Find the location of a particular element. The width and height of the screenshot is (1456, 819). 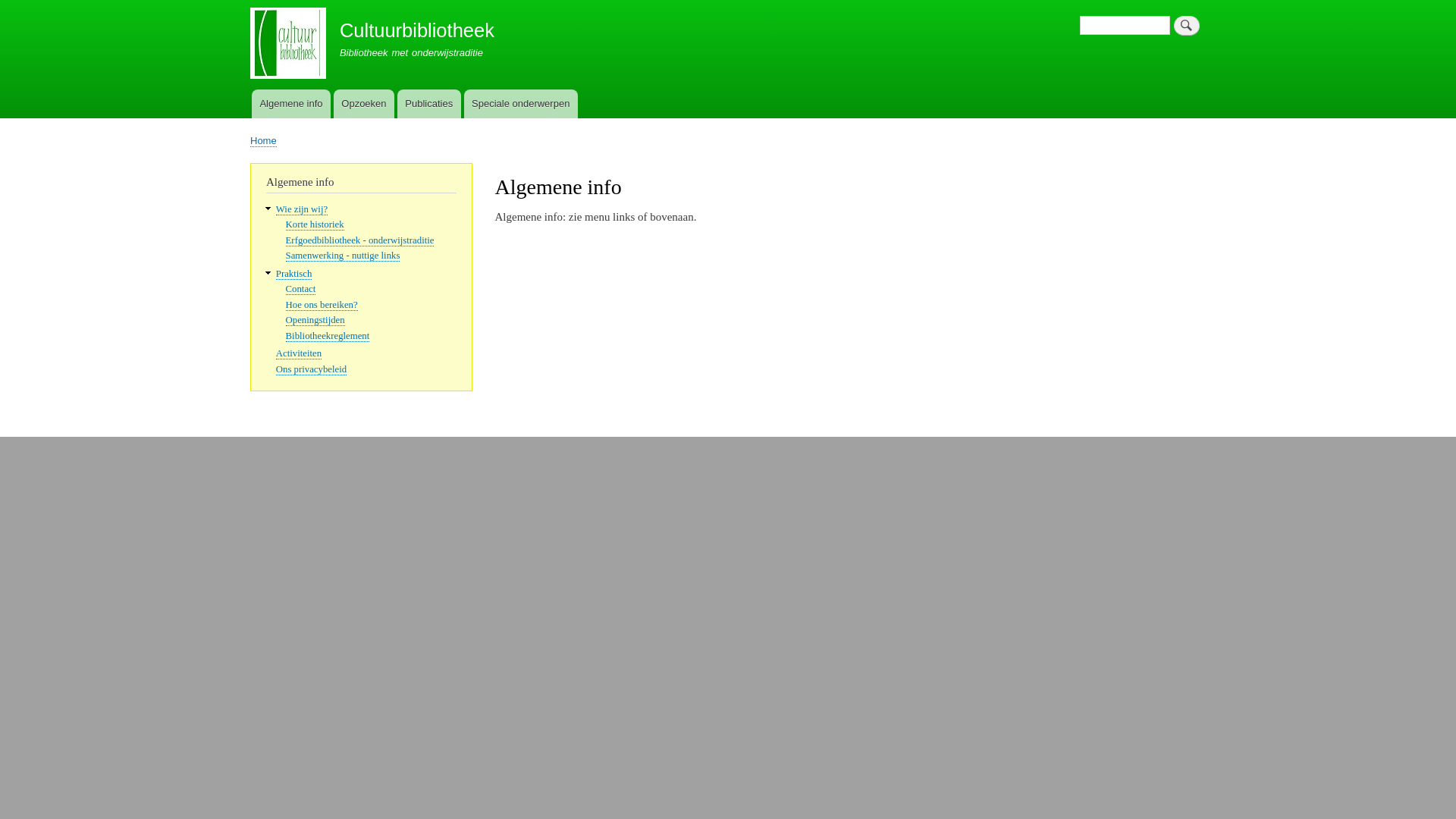

'Cultuurbibliotheek' is located at coordinates (417, 30).